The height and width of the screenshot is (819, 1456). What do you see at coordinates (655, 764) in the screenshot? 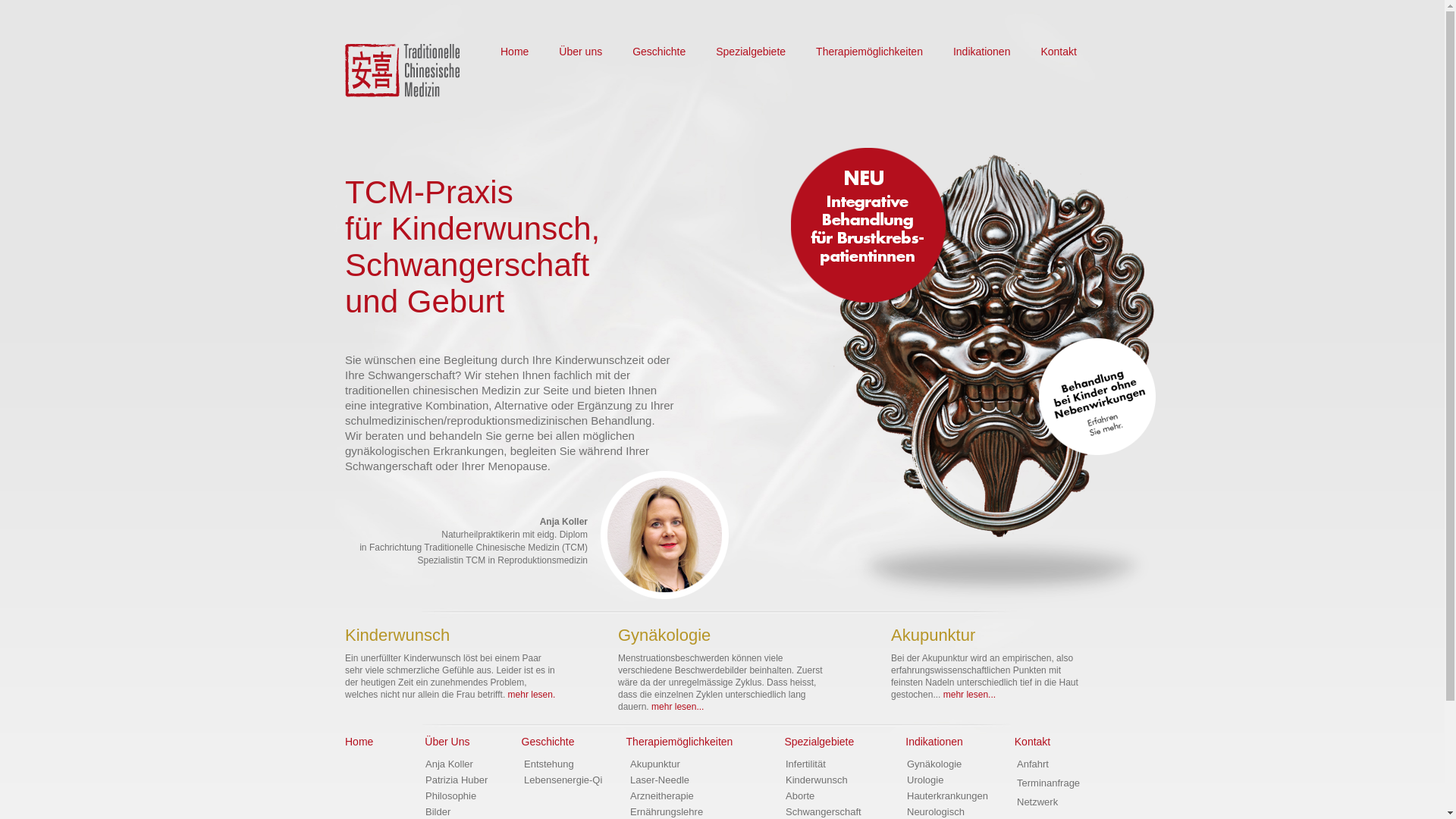
I see `'Akupunktur'` at bounding box center [655, 764].